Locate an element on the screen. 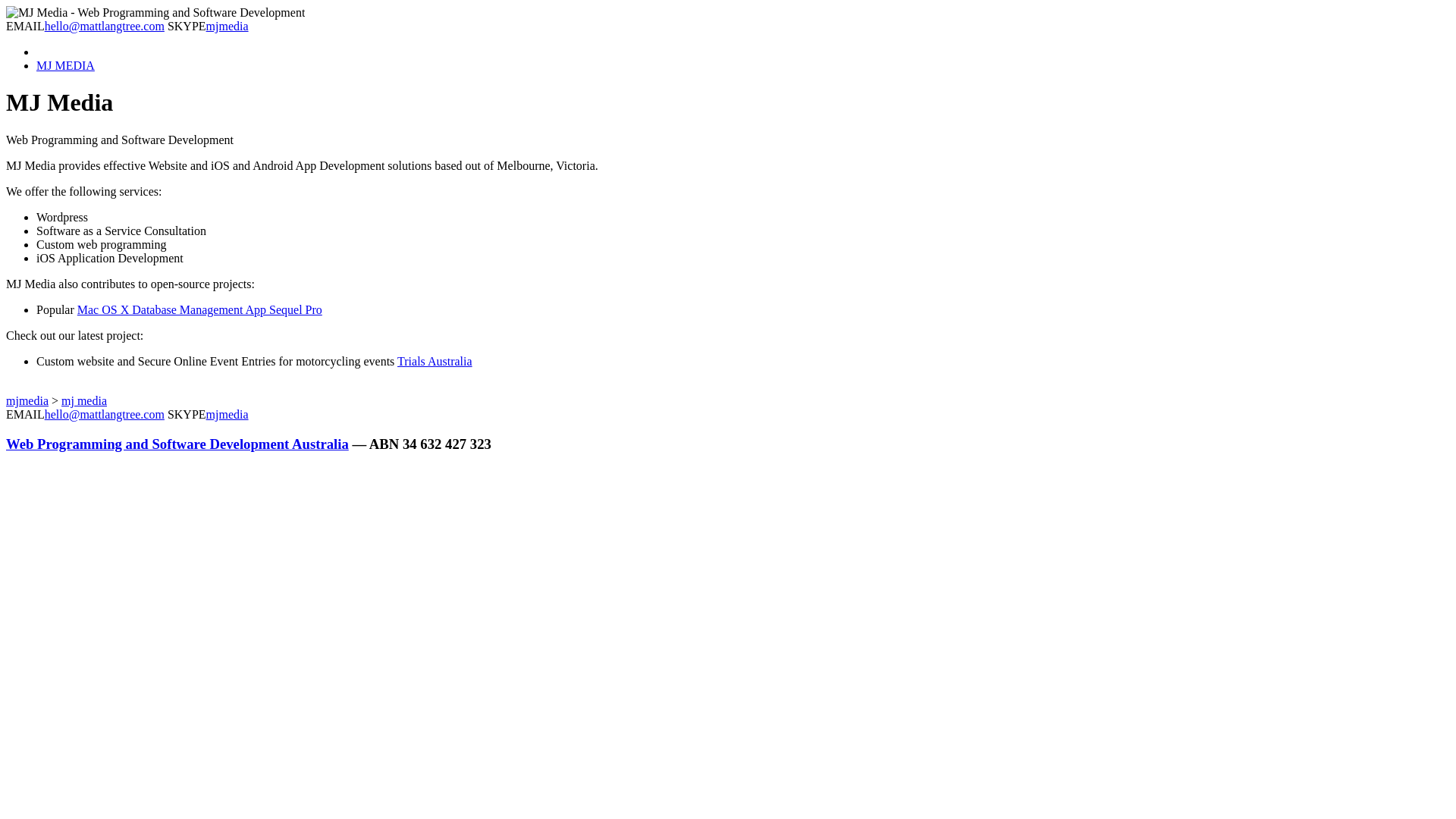  'Web Programming and Software Development Australia' is located at coordinates (177, 444).